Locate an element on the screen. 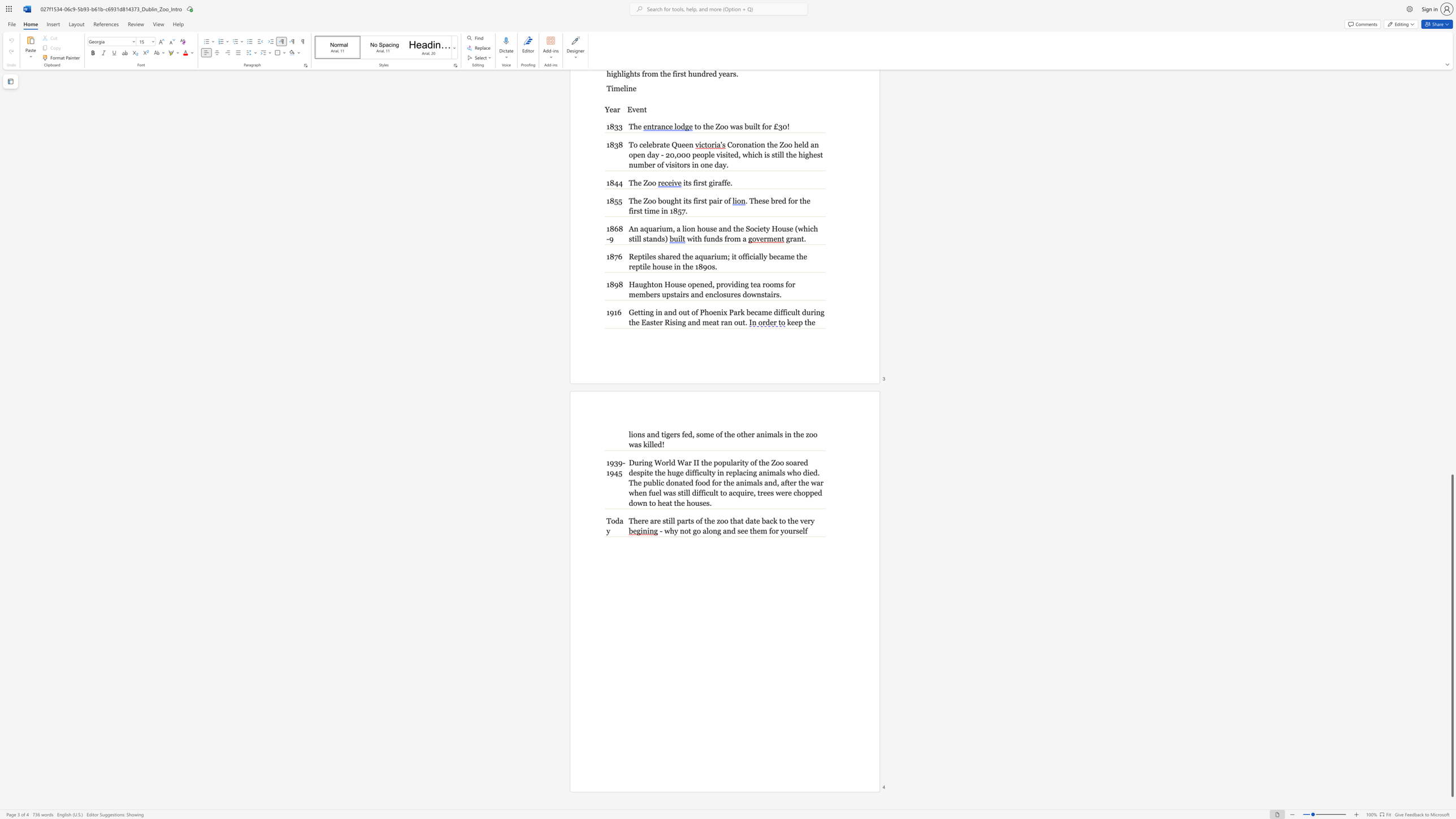  the subset text "pularity of the Zoo soared d" within the text "During World War II the popularity of the Zoo soared despite the huge difficulty in replacing animals who died. The public donated" is located at coordinates (721, 462).